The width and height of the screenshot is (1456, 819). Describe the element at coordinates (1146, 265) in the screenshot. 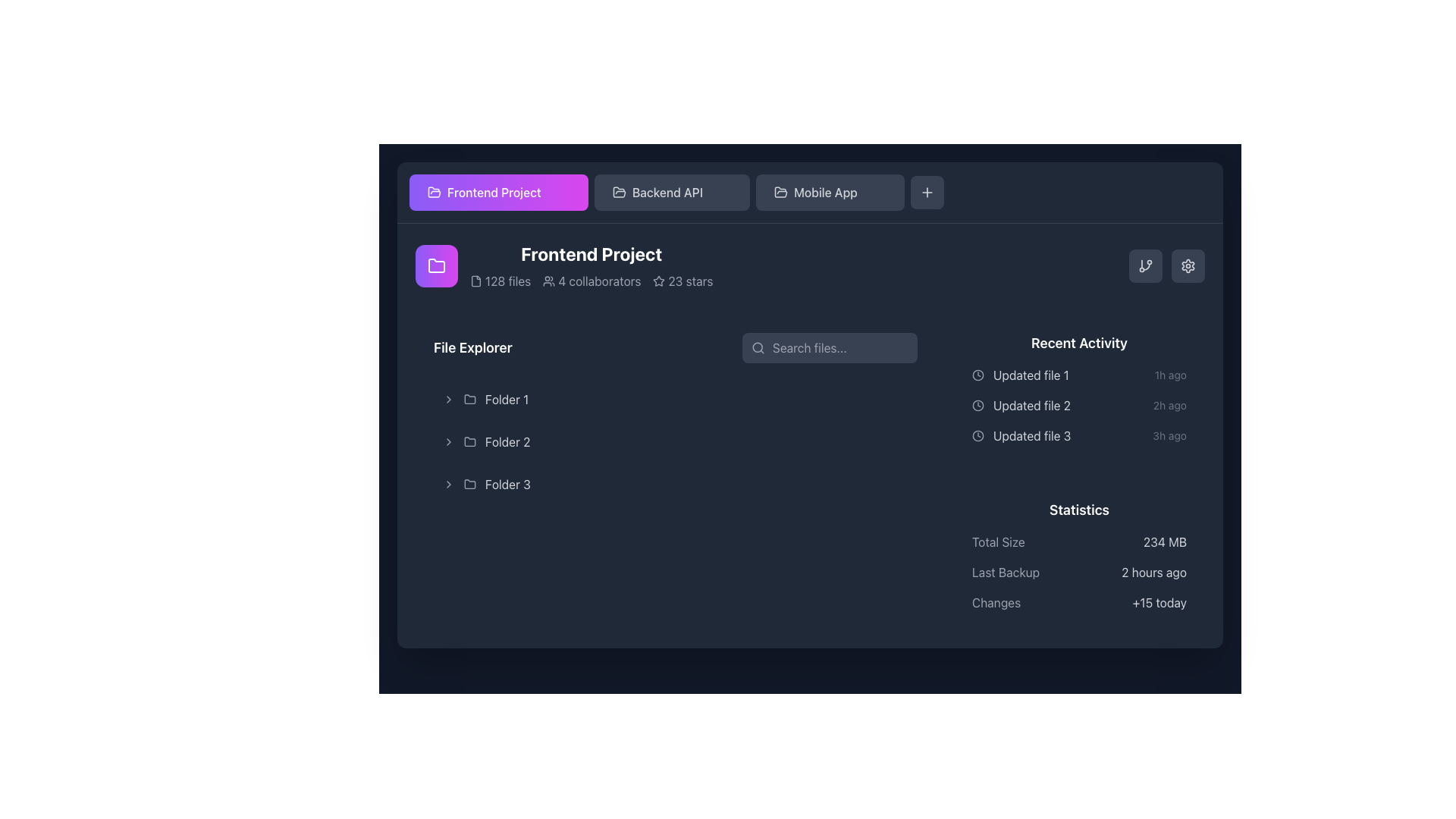

I see `the interactive button located in the top-right corner of the interface, which is the first button in a pair, positioned left of the settings icon, and focus on it using keyboard navigation` at that location.